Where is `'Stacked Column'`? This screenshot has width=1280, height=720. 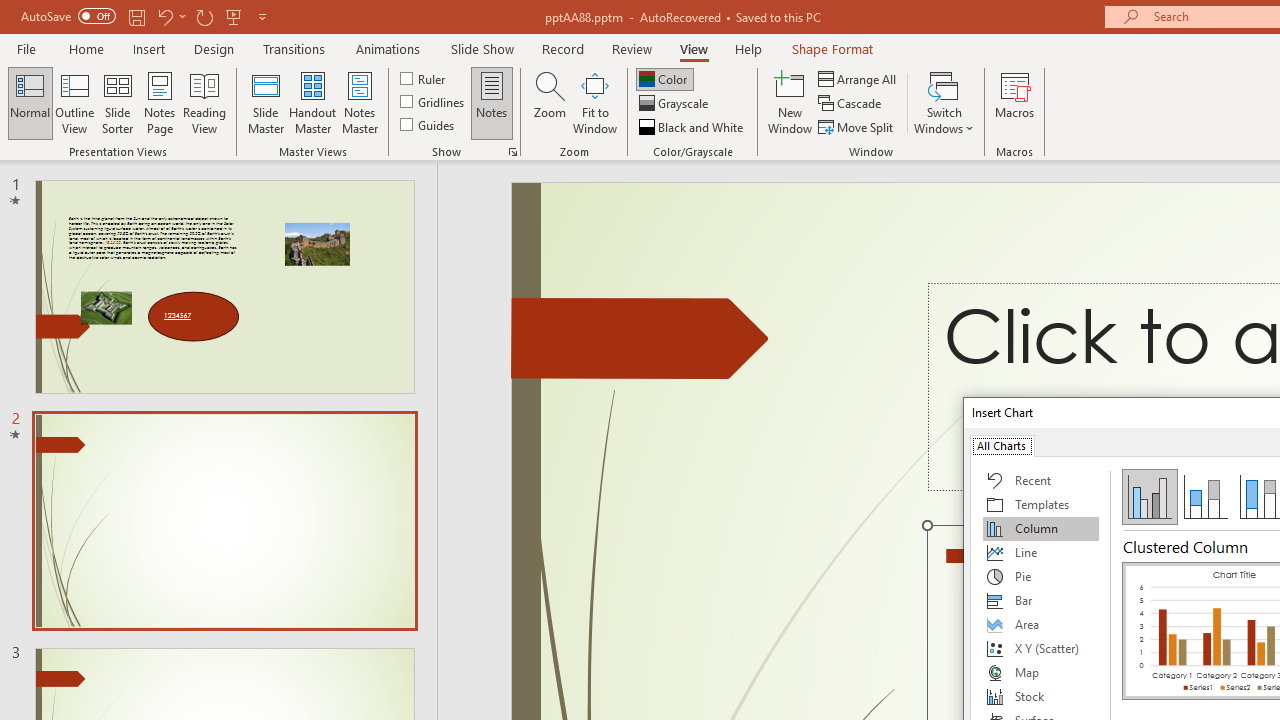
'Stacked Column' is located at coordinates (1204, 495).